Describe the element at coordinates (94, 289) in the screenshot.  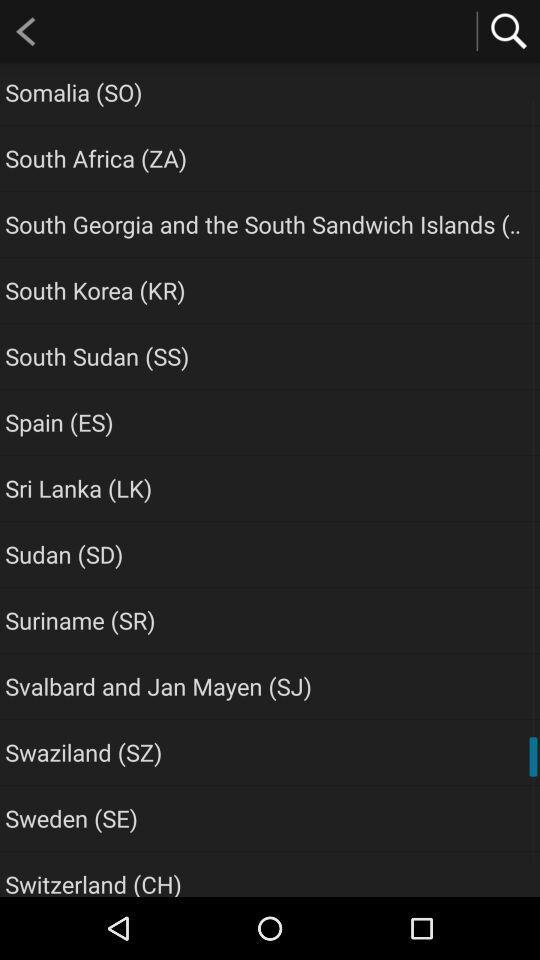
I see `the app above south sudan (ss) item` at that location.